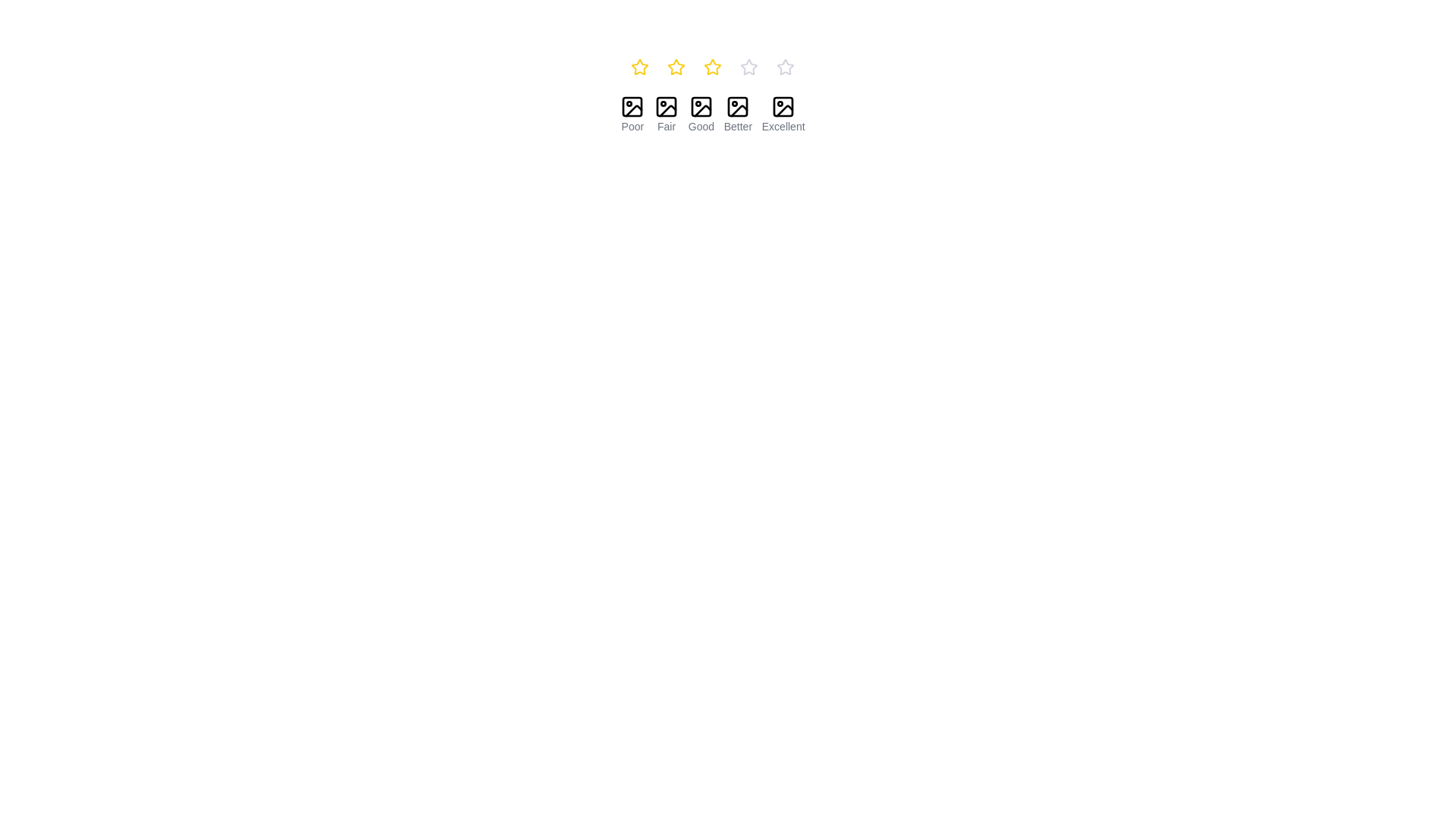 The width and height of the screenshot is (1456, 819). Describe the element at coordinates (738, 106) in the screenshot. I see `the fourth icon in a horizontal line of five icons` at that location.